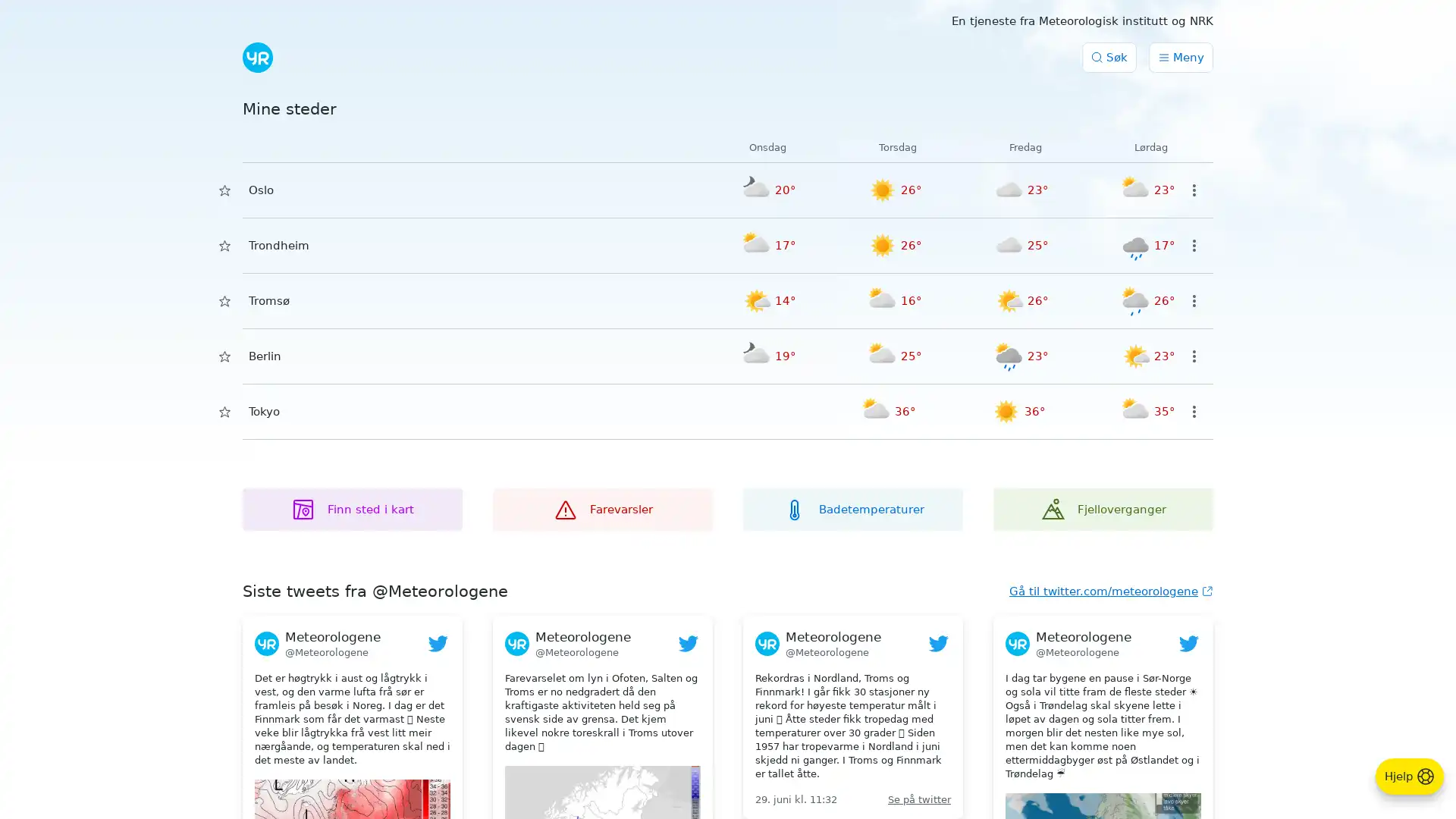  Describe the element at coordinates (224, 412) in the screenshot. I see `Lagre i Mine steder` at that location.